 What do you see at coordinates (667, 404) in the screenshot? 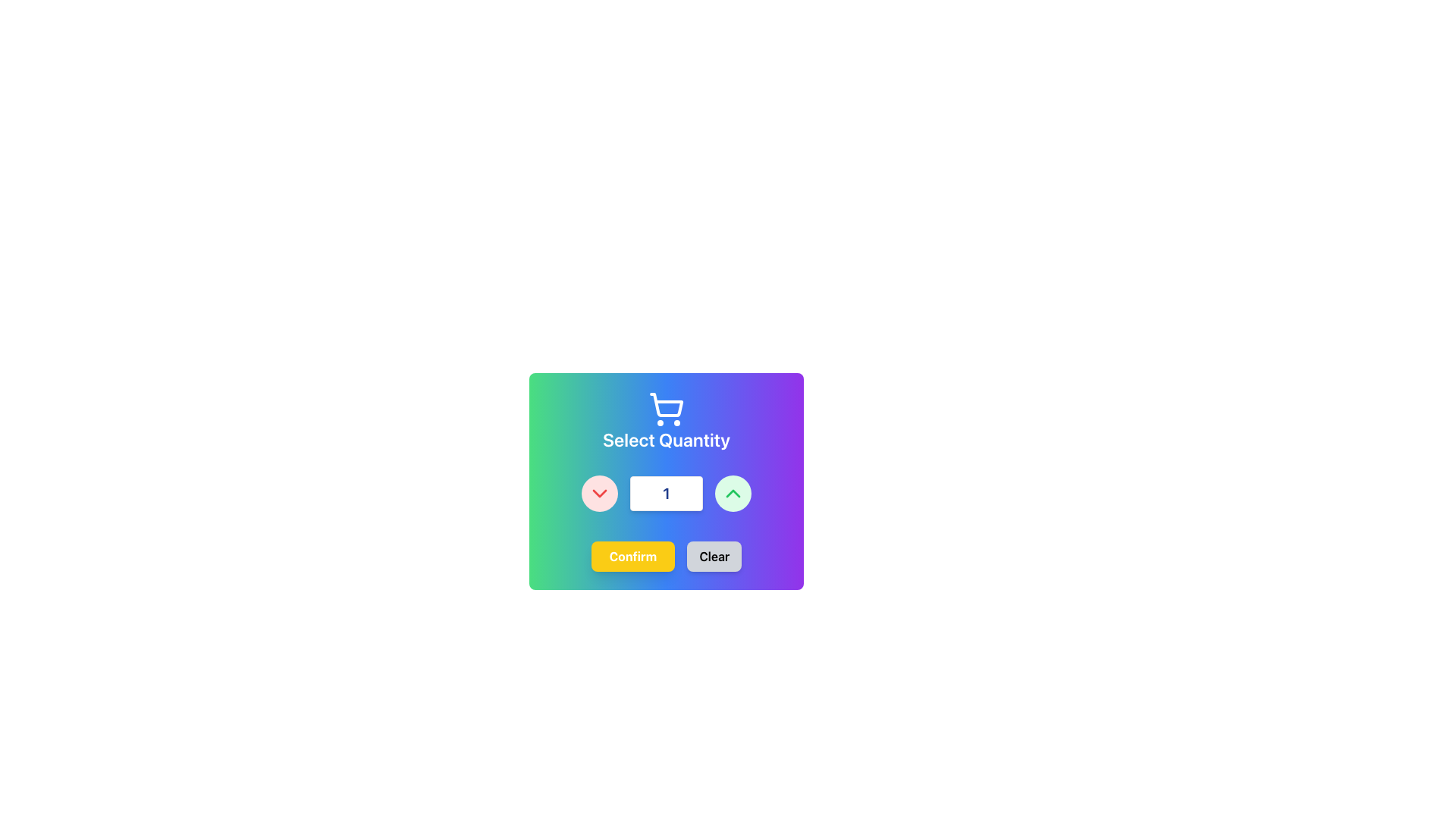
I see `the shopping cart icon, which is stylized with a box structure and a handle, located centrally above the 'Select Quantity' text in the dialog box` at bounding box center [667, 404].